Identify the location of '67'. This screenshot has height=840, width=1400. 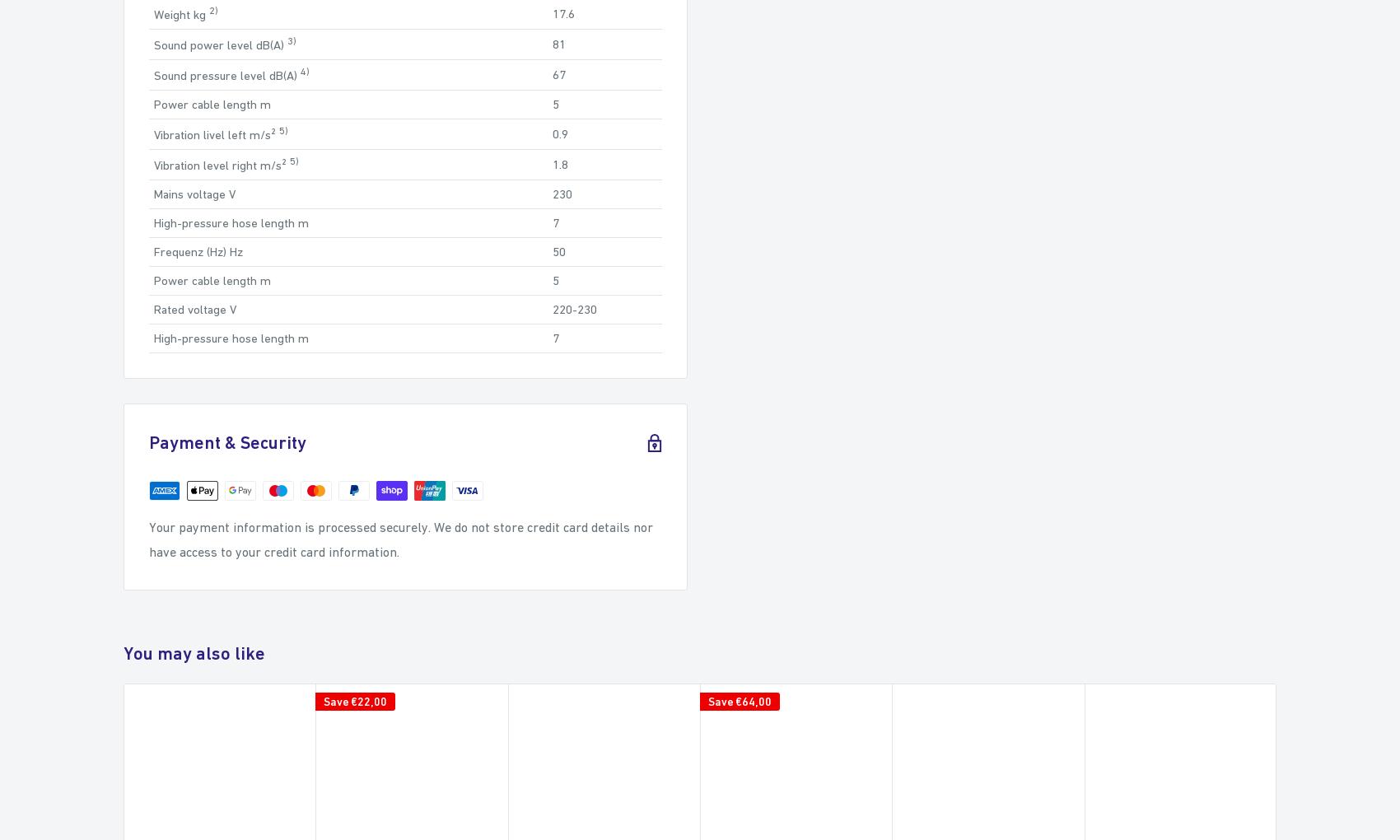
(558, 72).